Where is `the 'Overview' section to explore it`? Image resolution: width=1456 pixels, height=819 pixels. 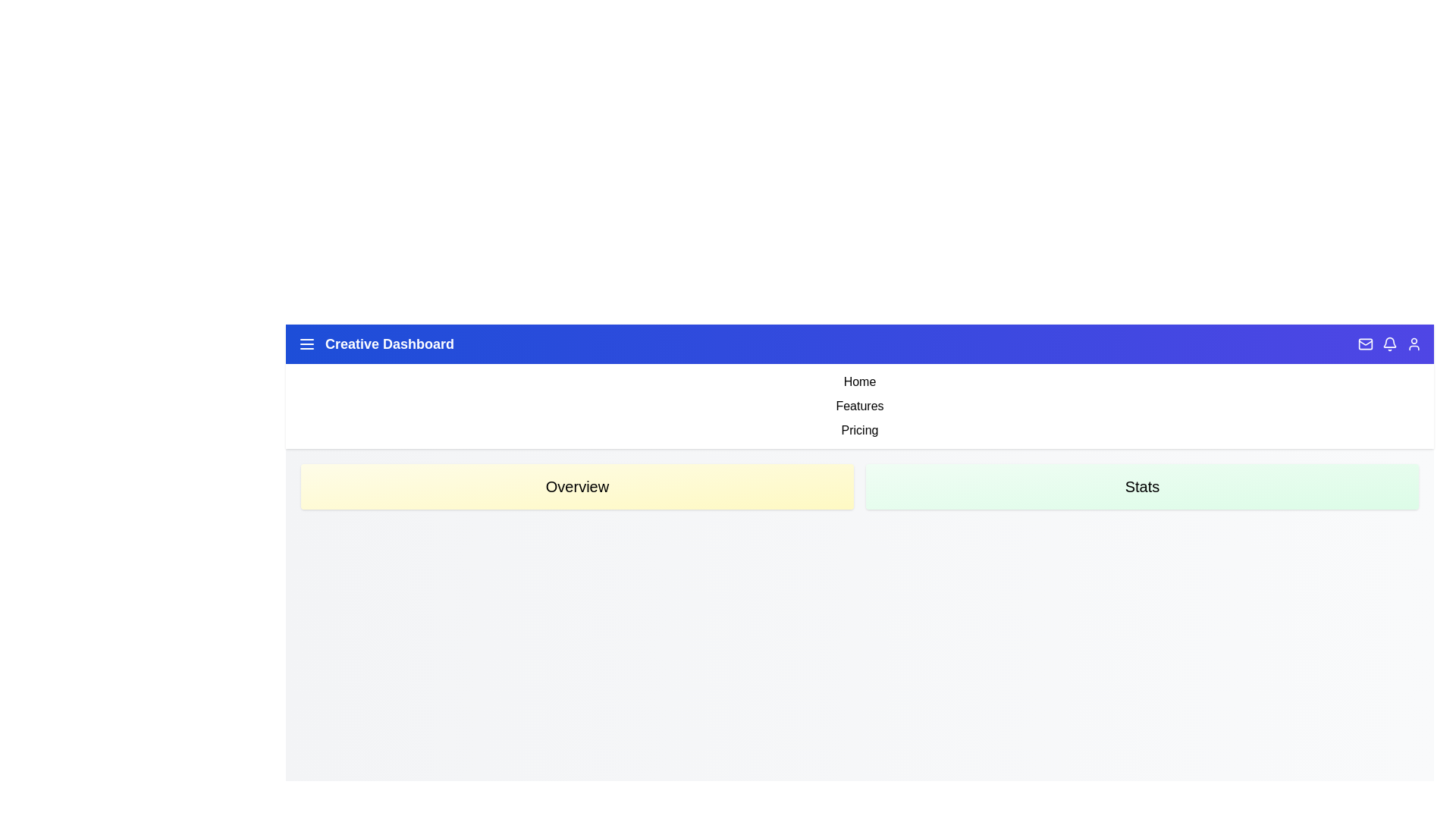
the 'Overview' section to explore it is located at coordinates (576, 486).